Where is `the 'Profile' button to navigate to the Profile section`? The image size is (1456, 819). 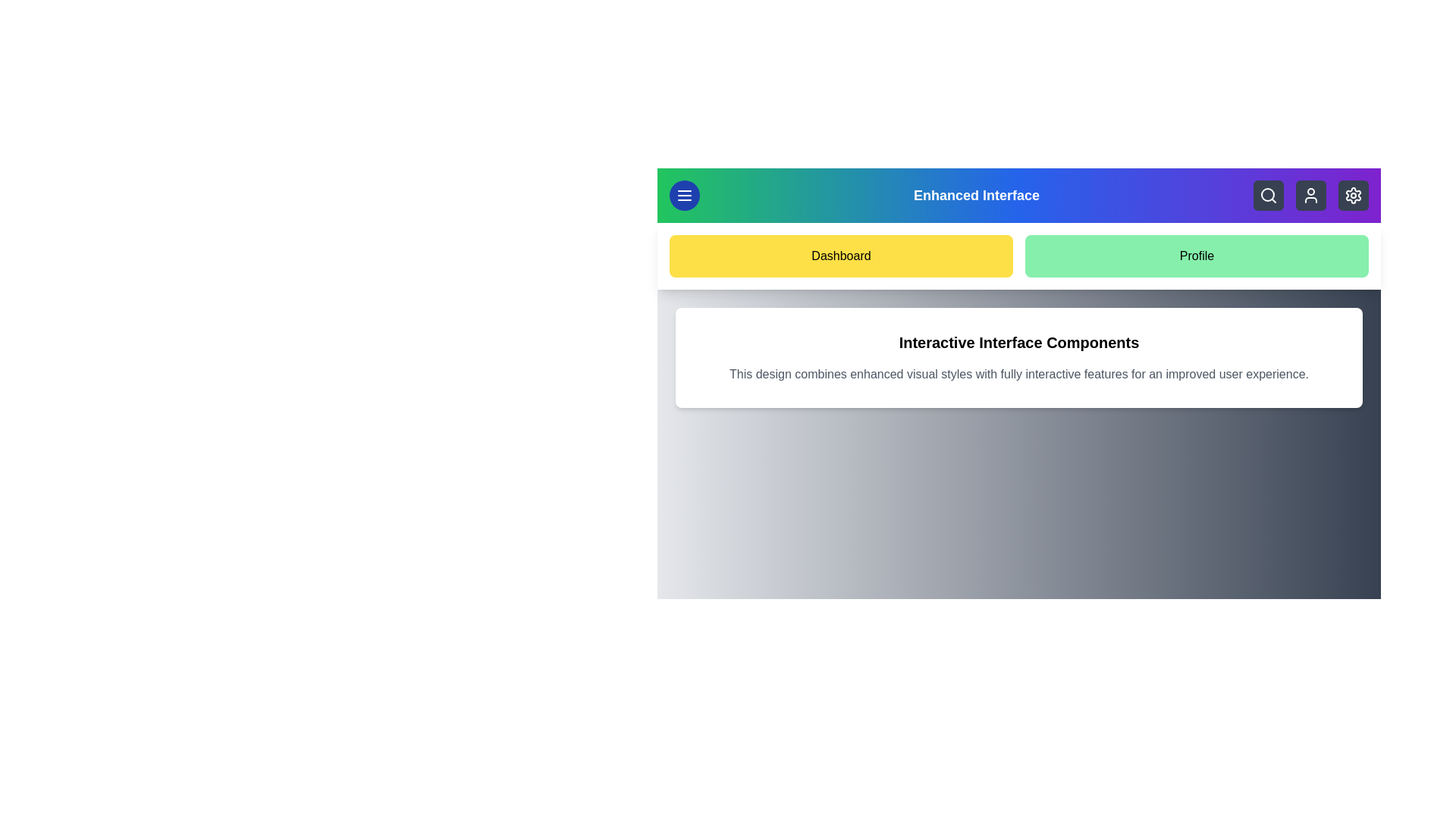
the 'Profile' button to navigate to the Profile section is located at coordinates (1196, 256).